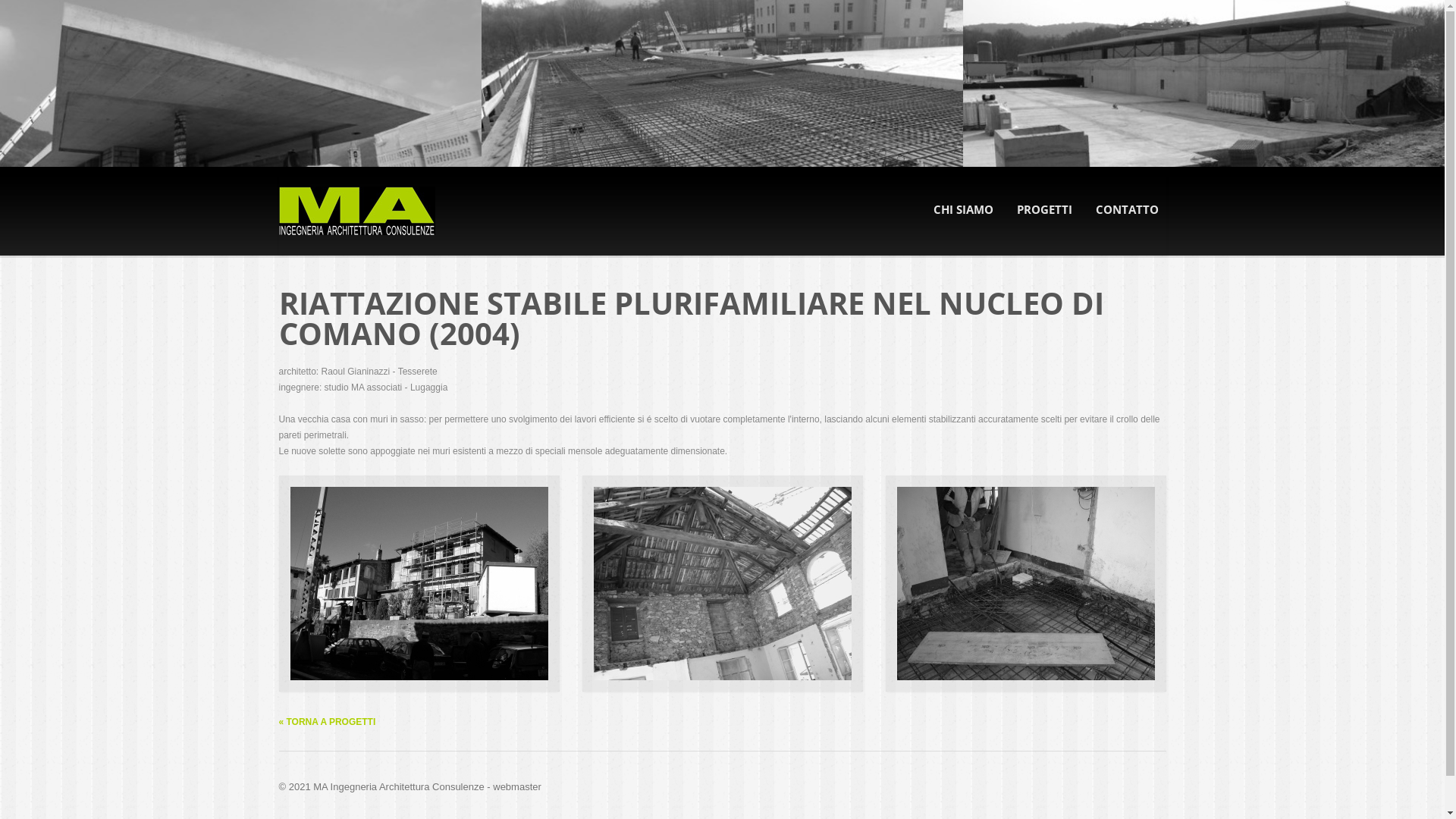  Describe the element at coordinates (1126, 209) in the screenshot. I see `'CONTATTO` at that location.